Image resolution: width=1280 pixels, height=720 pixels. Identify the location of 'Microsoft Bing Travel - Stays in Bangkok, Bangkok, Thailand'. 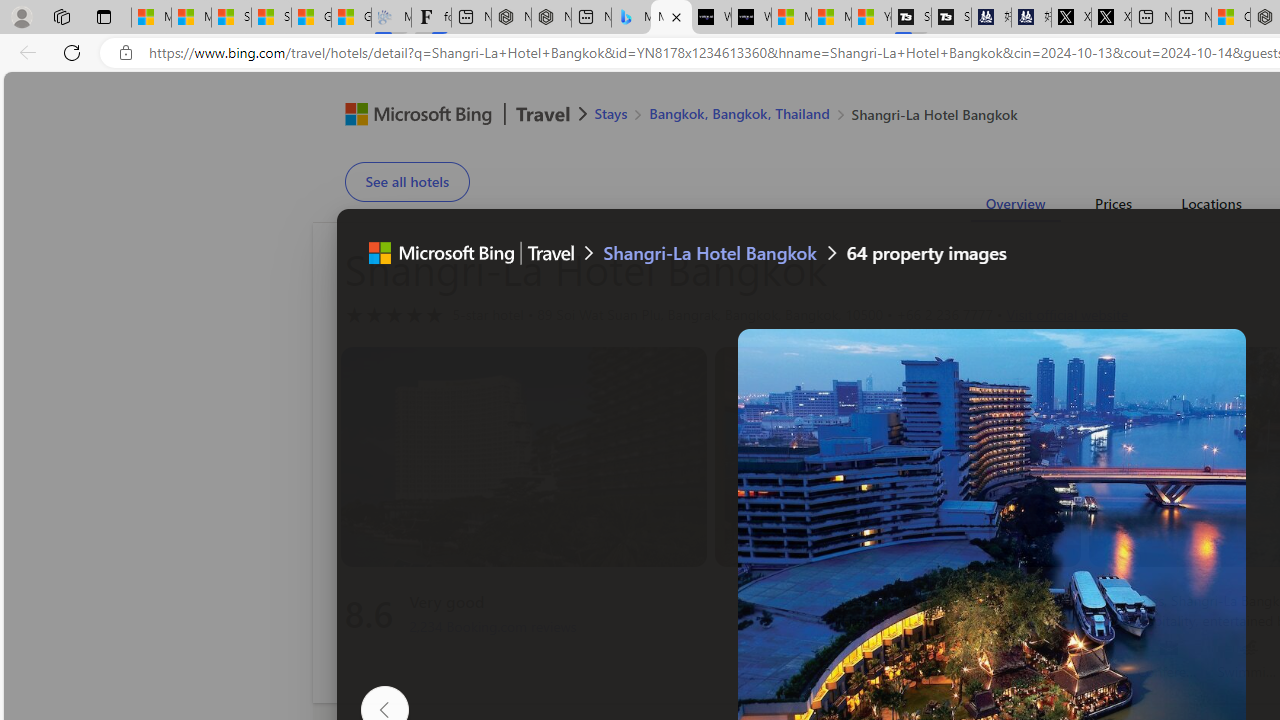
(630, 17).